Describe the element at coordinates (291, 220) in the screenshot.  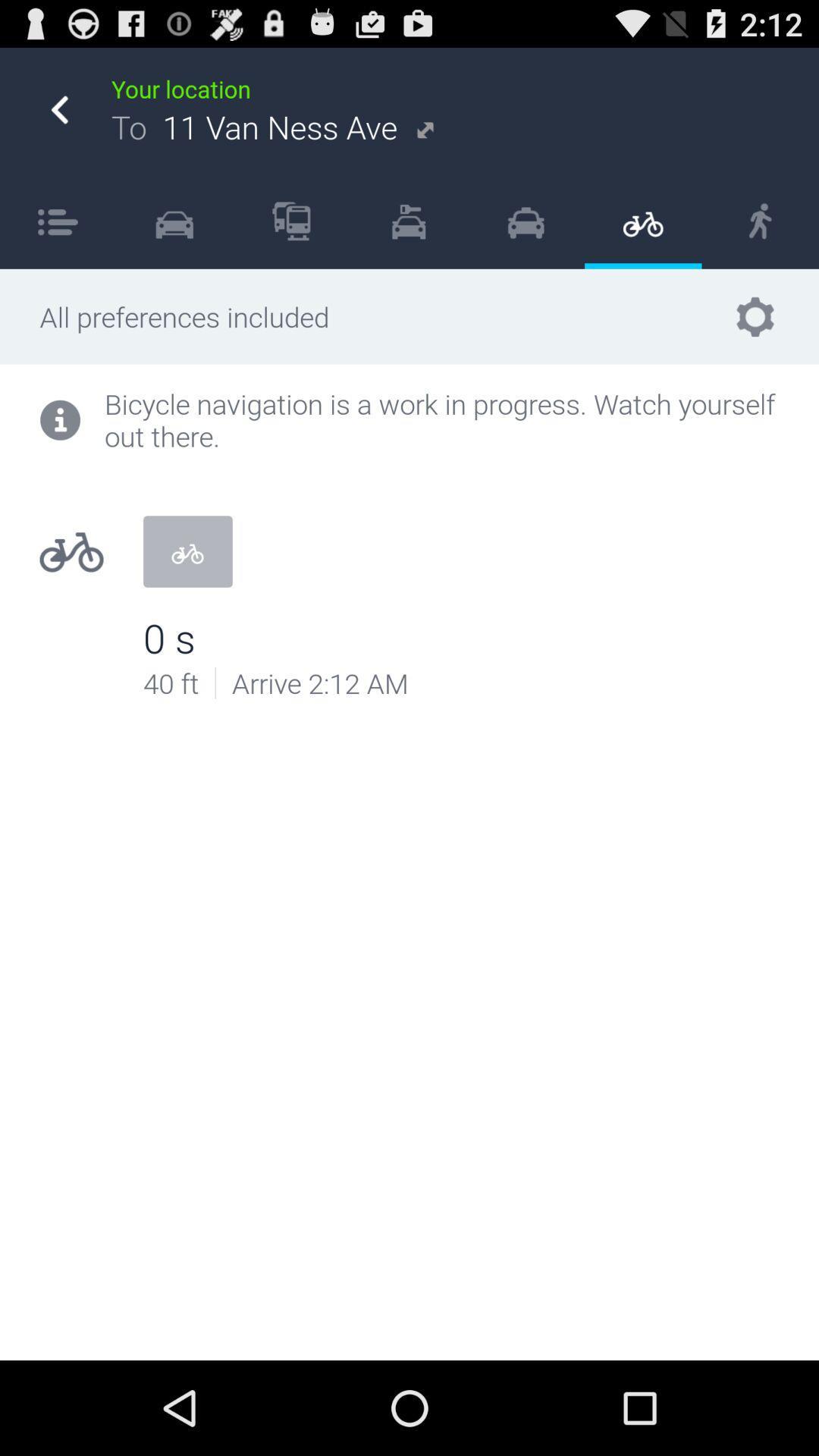
I see `icon` at that location.